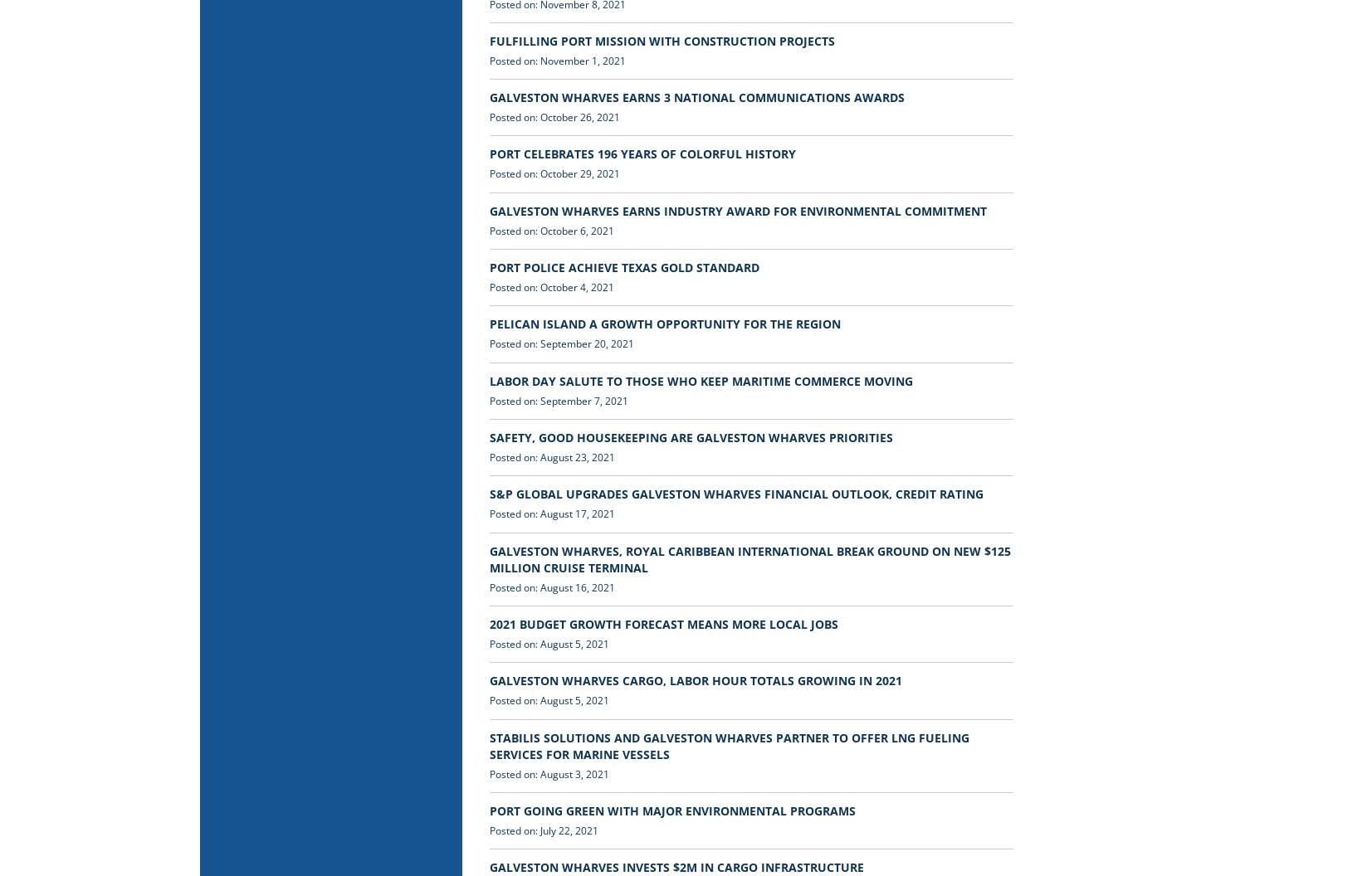 This screenshot has width=1372, height=876. What do you see at coordinates (554, 117) in the screenshot?
I see `'Posted on: October 26, 2021'` at bounding box center [554, 117].